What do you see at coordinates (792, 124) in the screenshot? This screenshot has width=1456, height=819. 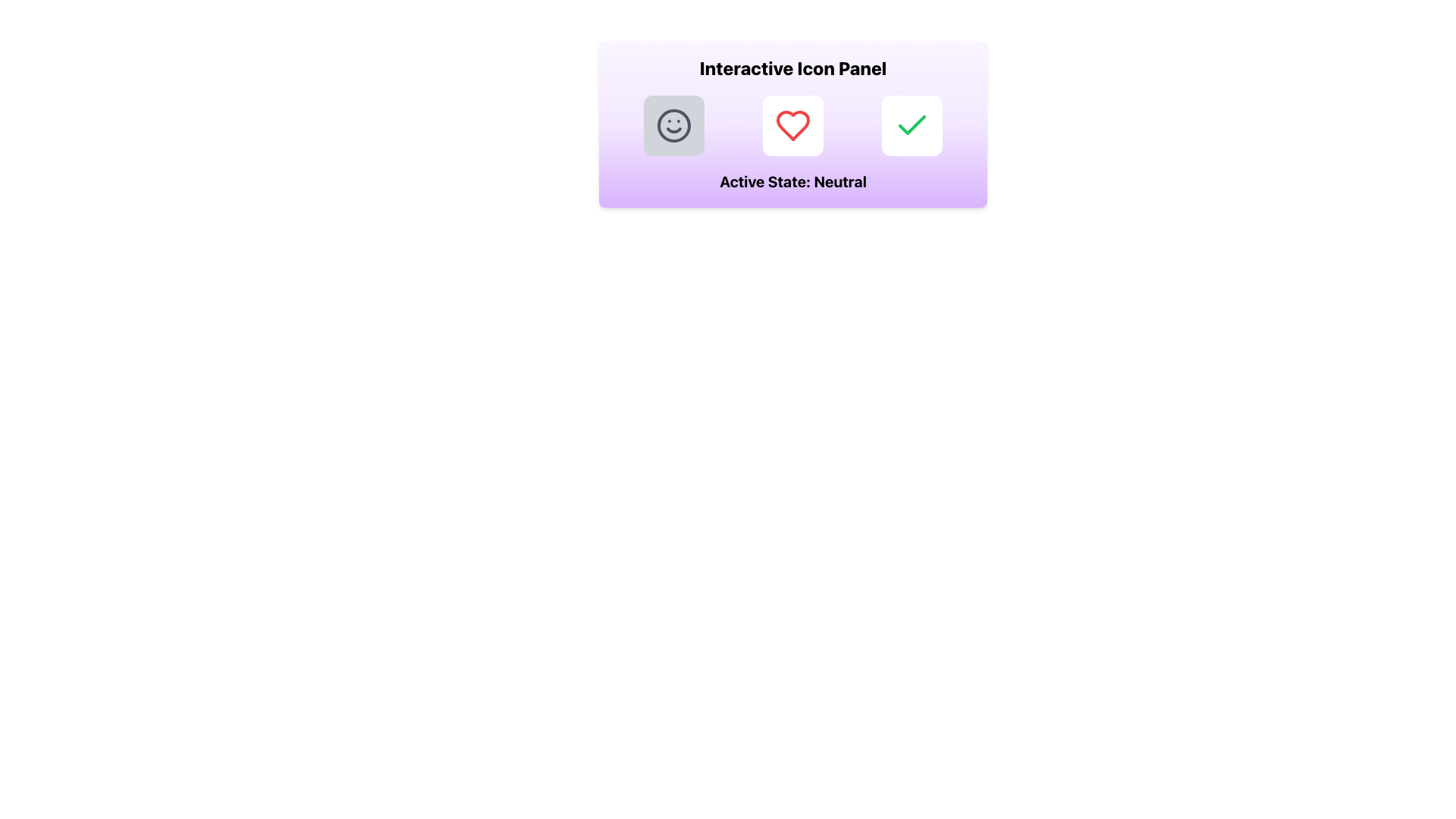 I see `the highlighted heart icon button in the Interactive Icon Panel` at bounding box center [792, 124].